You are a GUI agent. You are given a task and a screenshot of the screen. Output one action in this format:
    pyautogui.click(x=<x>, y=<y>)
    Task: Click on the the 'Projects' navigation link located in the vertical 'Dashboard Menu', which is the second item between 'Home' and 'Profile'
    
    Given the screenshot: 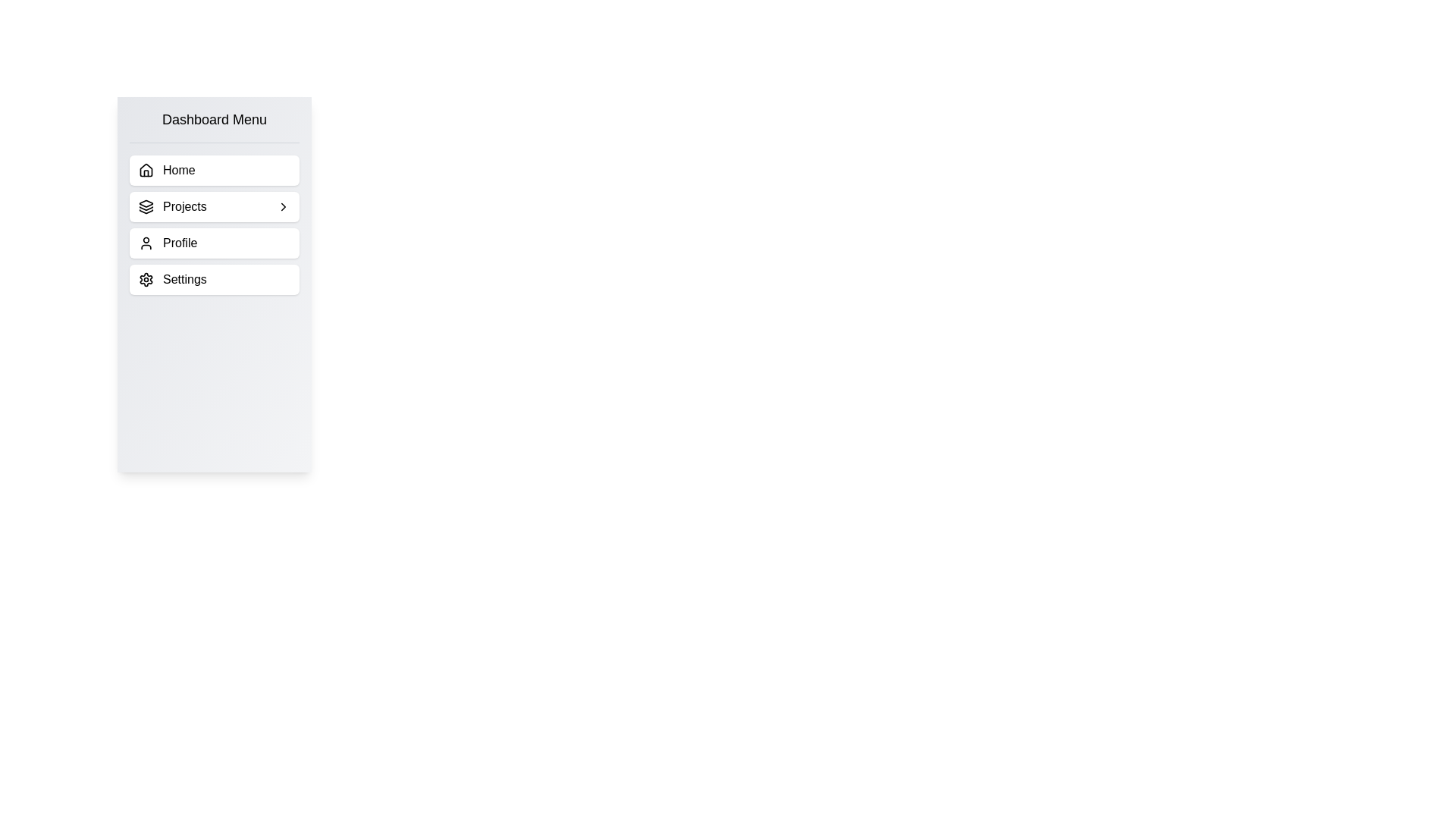 What is the action you would take?
    pyautogui.click(x=172, y=207)
    